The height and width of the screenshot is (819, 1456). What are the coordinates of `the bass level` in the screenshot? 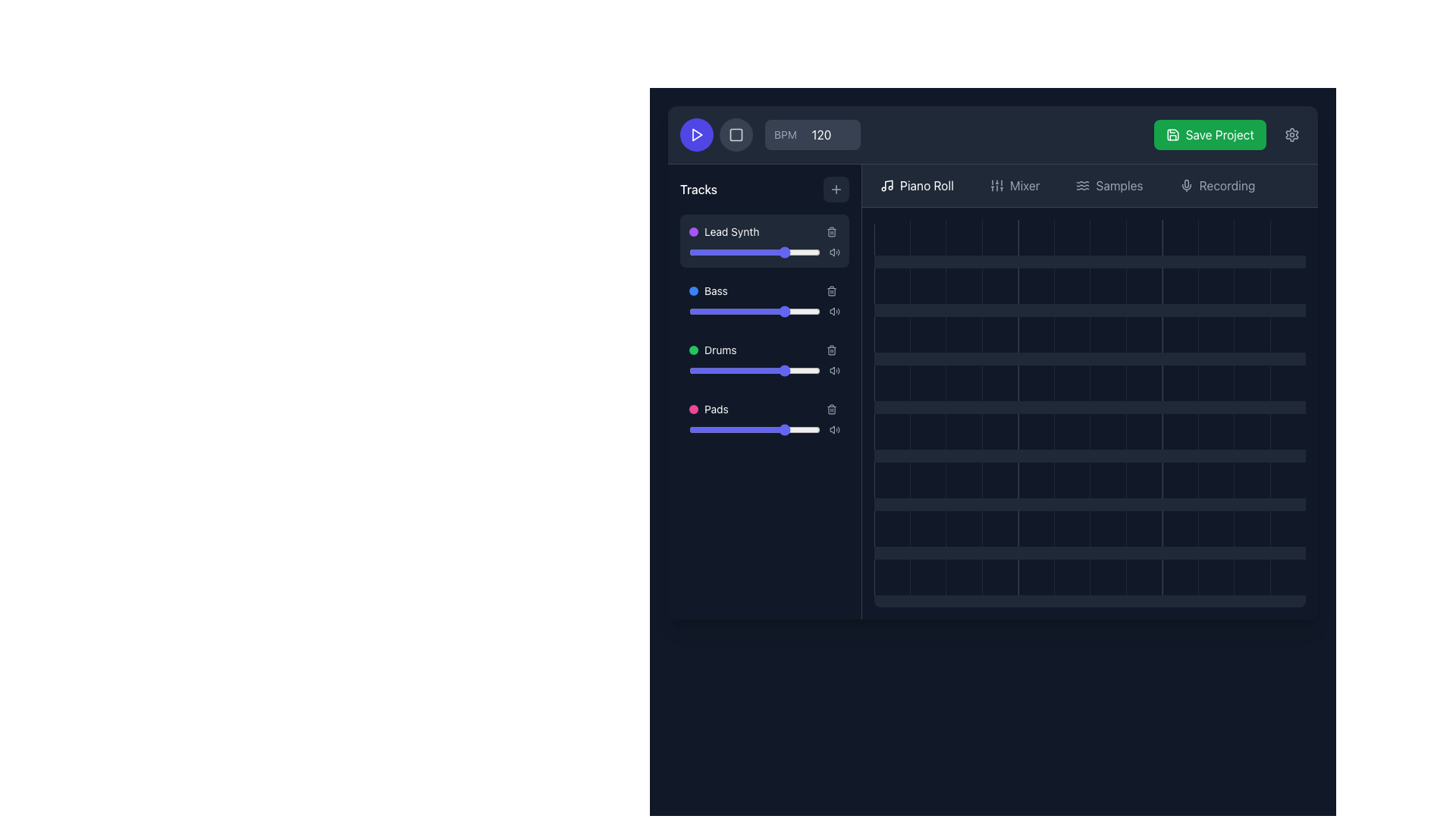 It's located at (785, 311).